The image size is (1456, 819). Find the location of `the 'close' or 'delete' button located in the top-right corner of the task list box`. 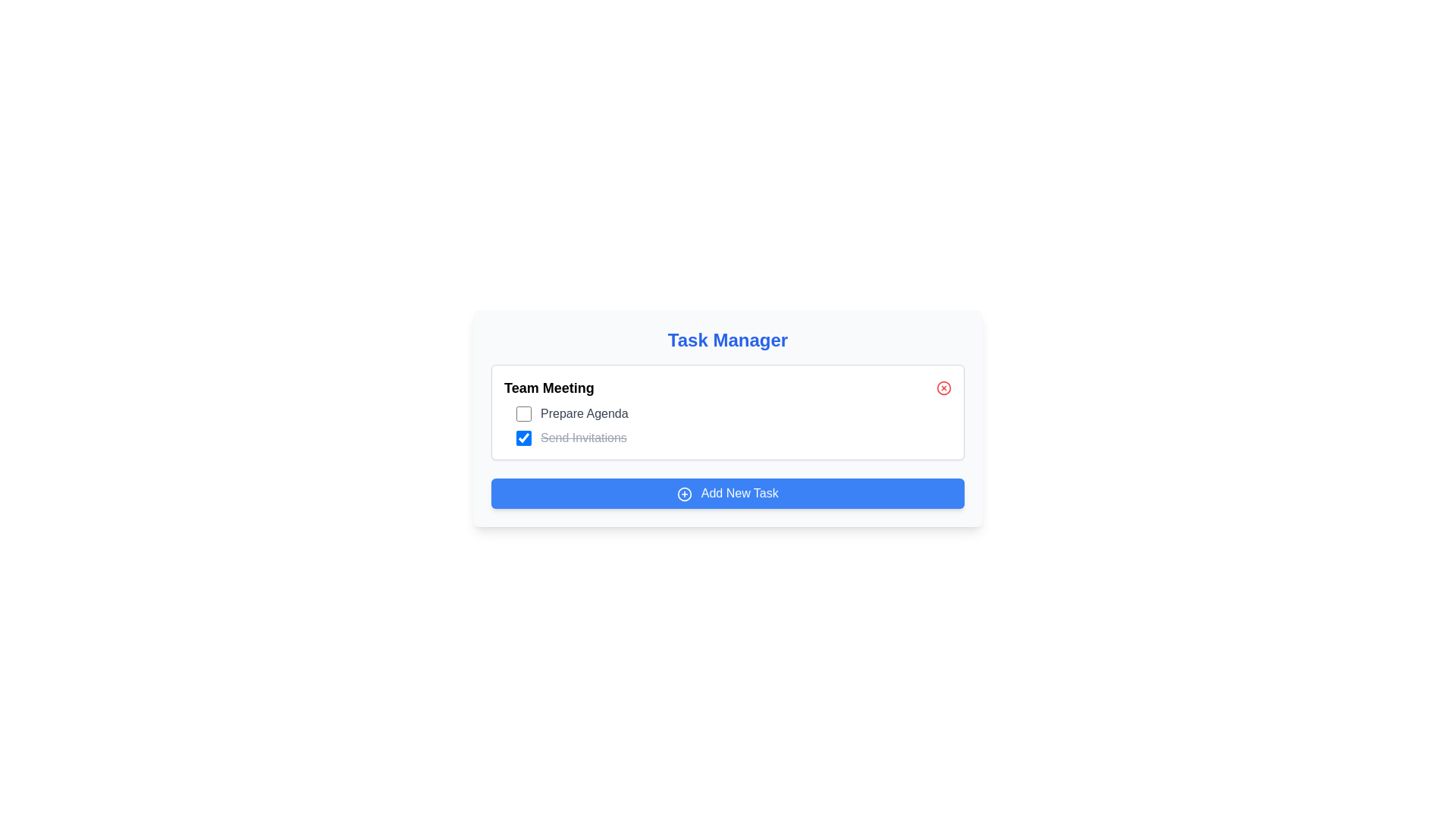

the 'close' or 'delete' button located in the top-right corner of the task list box is located at coordinates (943, 388).